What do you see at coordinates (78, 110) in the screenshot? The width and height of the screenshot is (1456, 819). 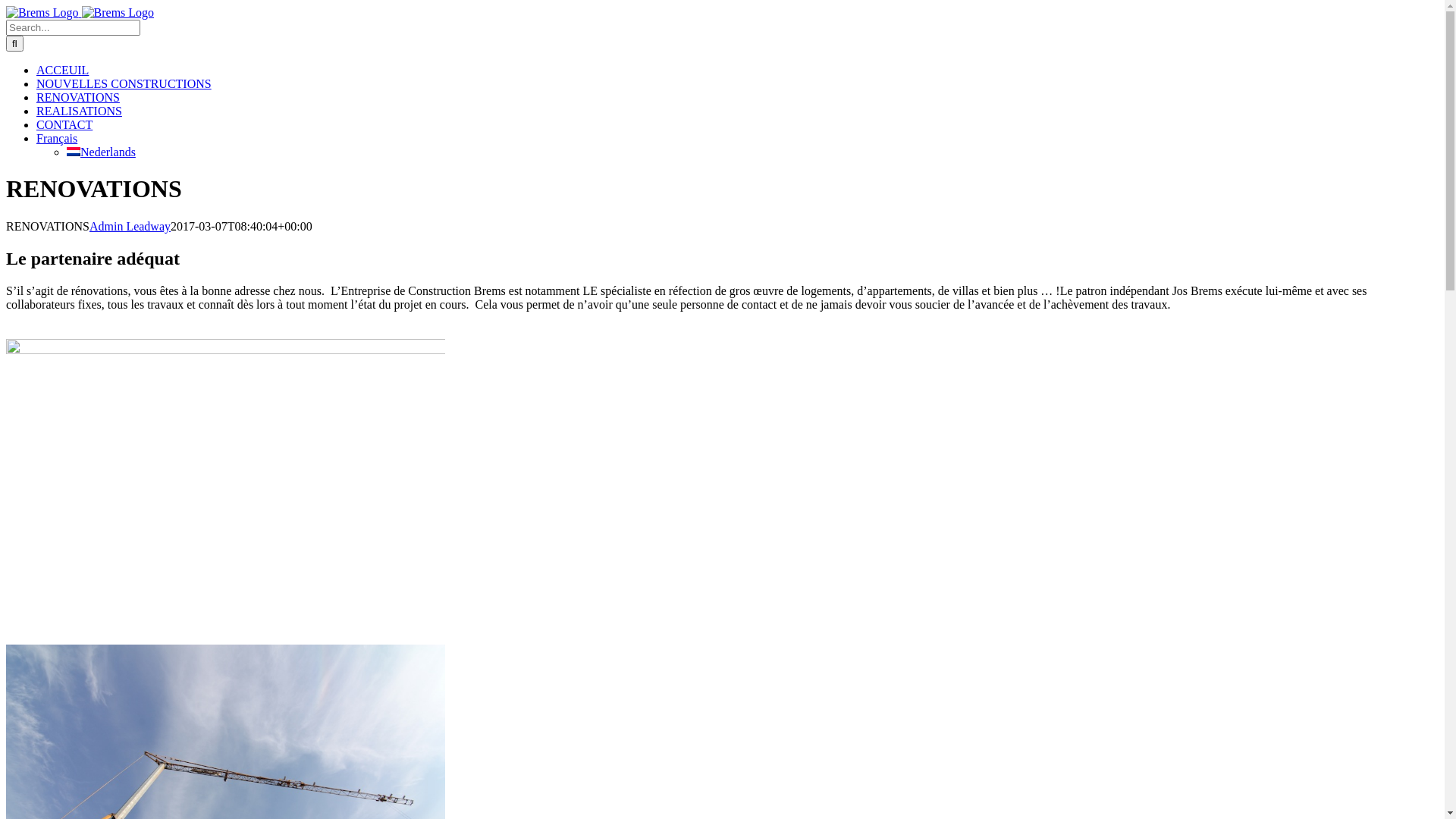 I see `'REALISATIONS'` at bounding box center [78, 110].